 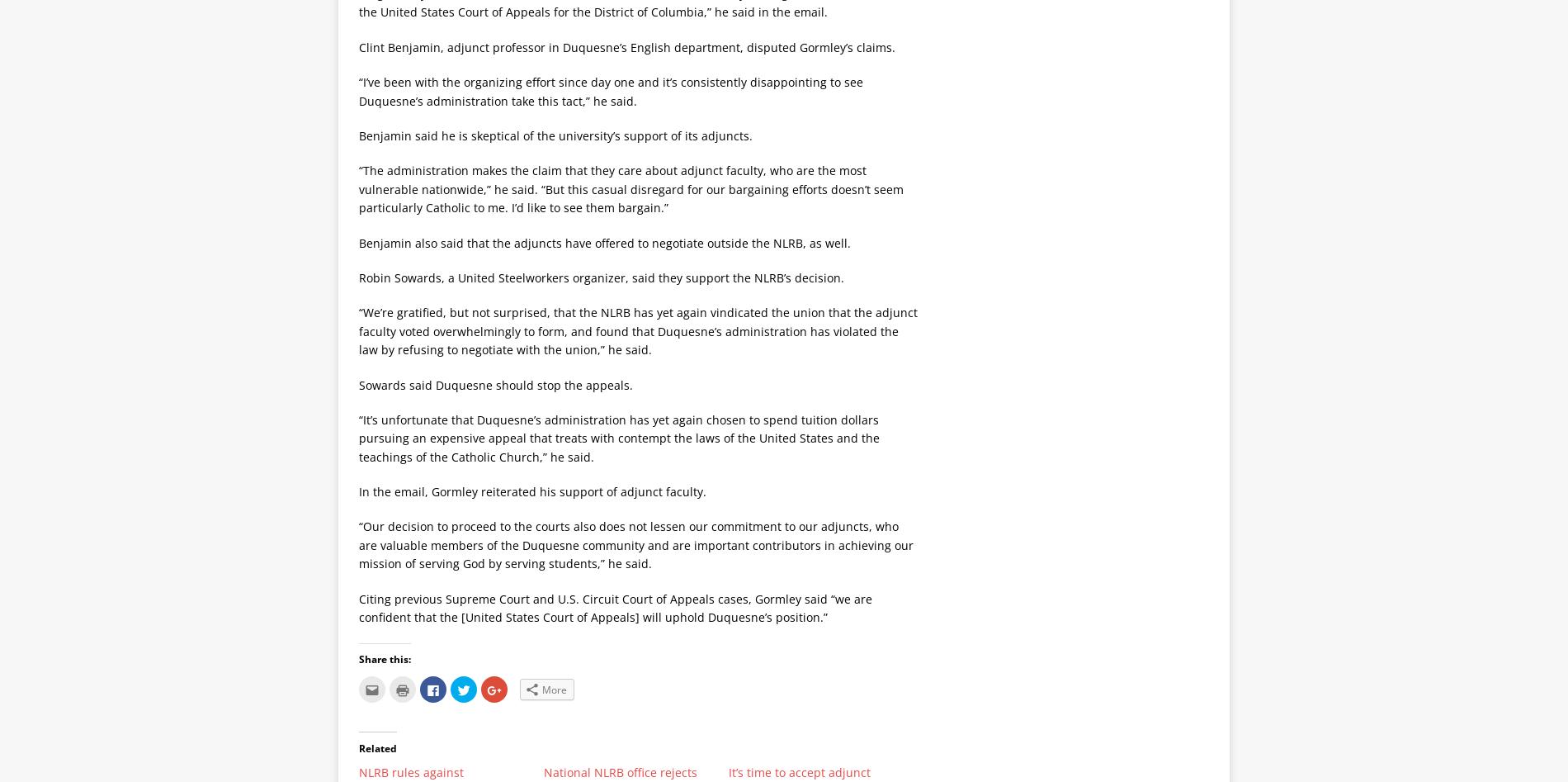 I want to click on 'Related', so click(x=377, y=746).